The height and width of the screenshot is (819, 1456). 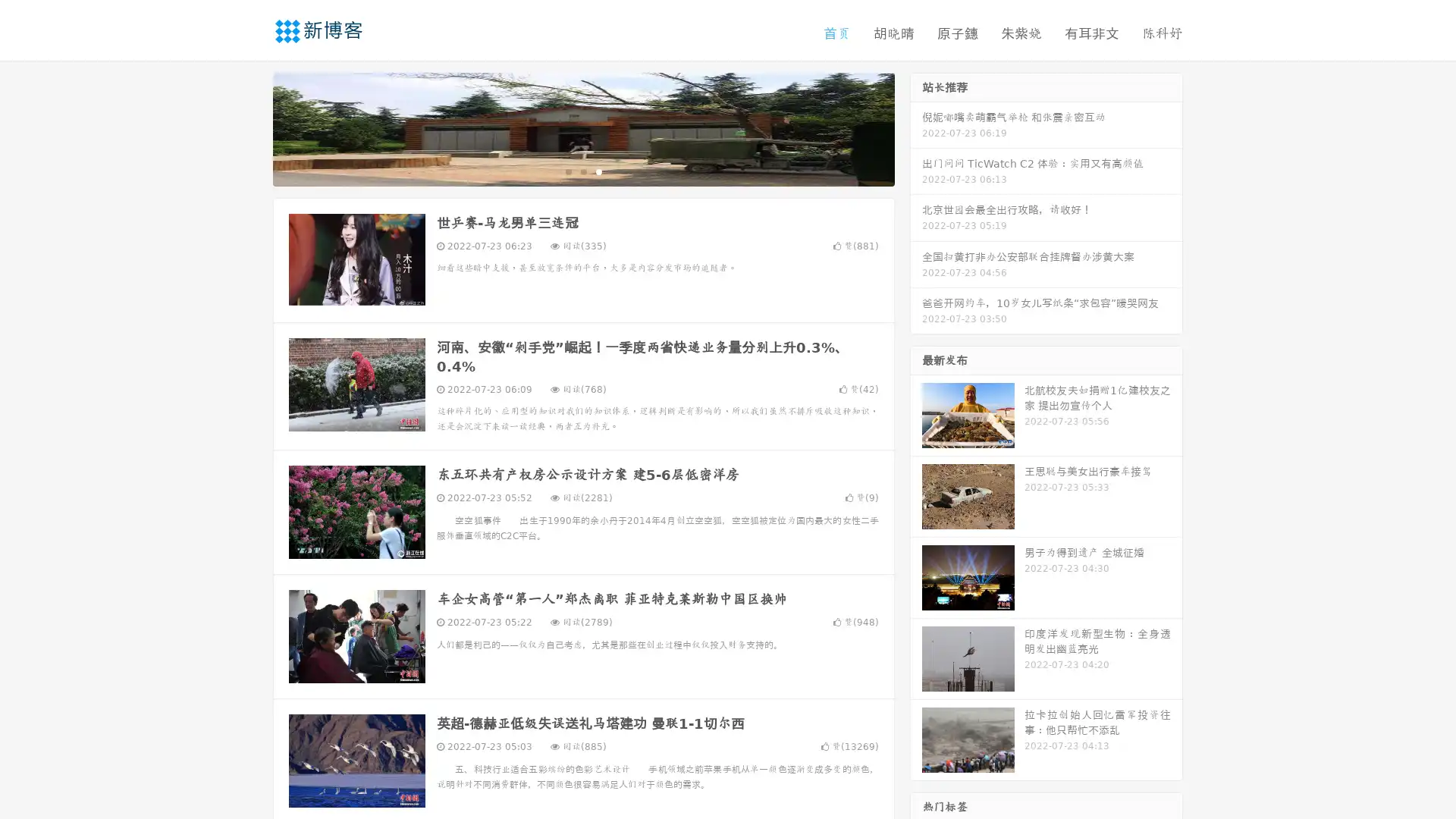 What do you see at coordinates (598, 171) in the screenshot?
I see `Go to slide 3` at bounding box center [598, 171].